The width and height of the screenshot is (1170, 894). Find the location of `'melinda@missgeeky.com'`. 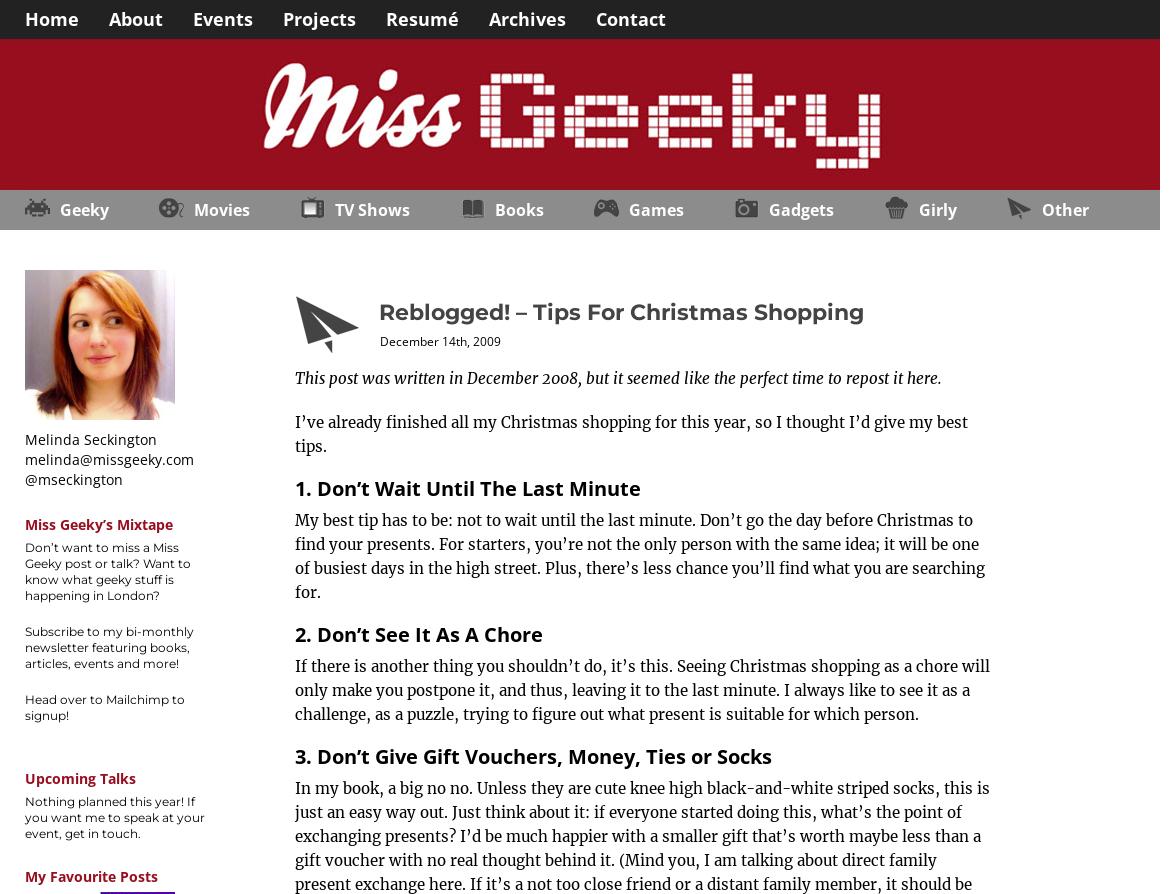

'melinda@missgeeky.com' is located at coordinates (25, 459).